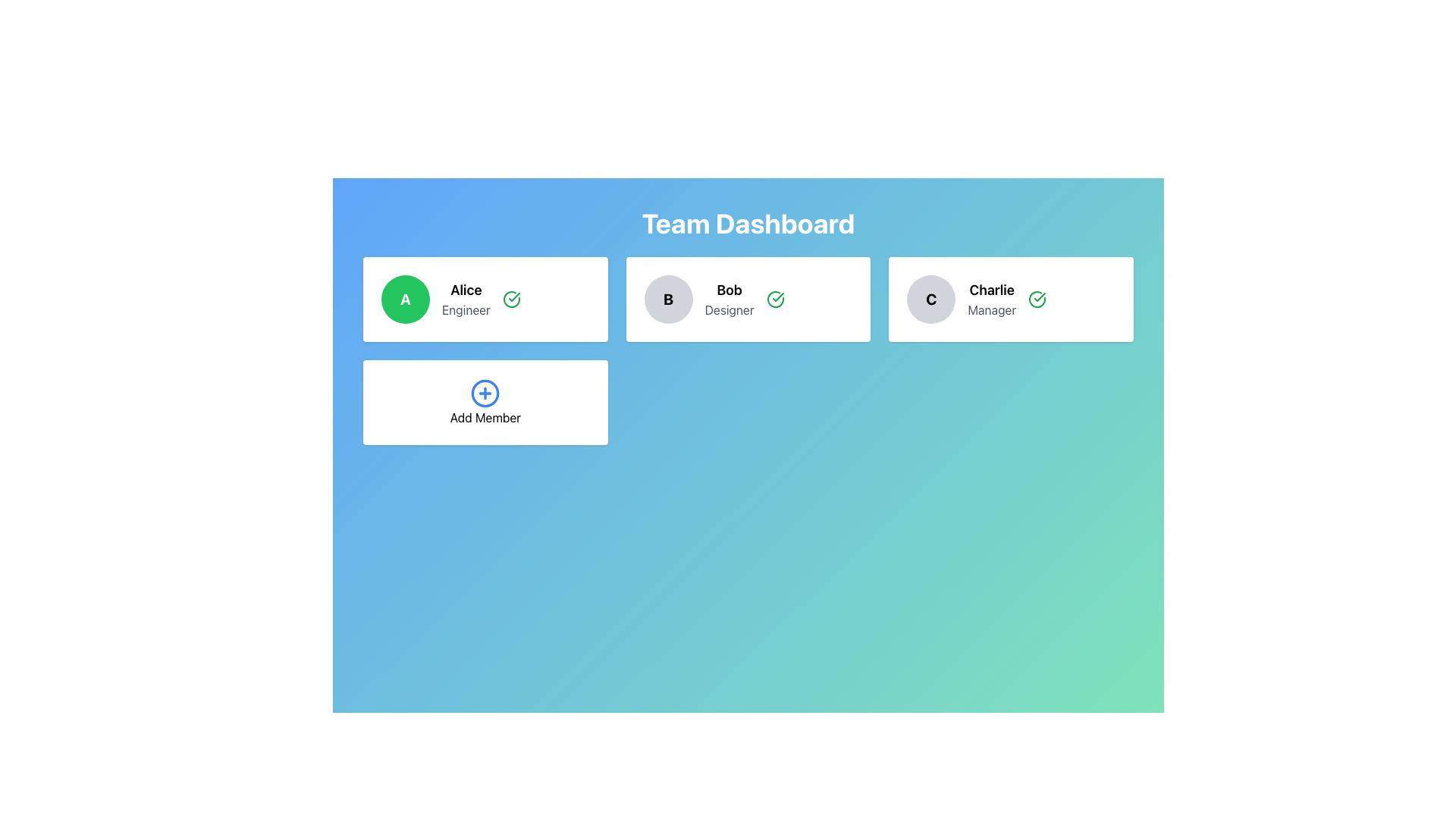 This screenshot has height=819, width=1456. What do you see at coordinates (992, 309) in the screenshot?
I see `the text label that specifies the role 'Manager' associated with the card of 'Charlie' in the rightmost column of the dashboard` at bounding box center [992, 309].